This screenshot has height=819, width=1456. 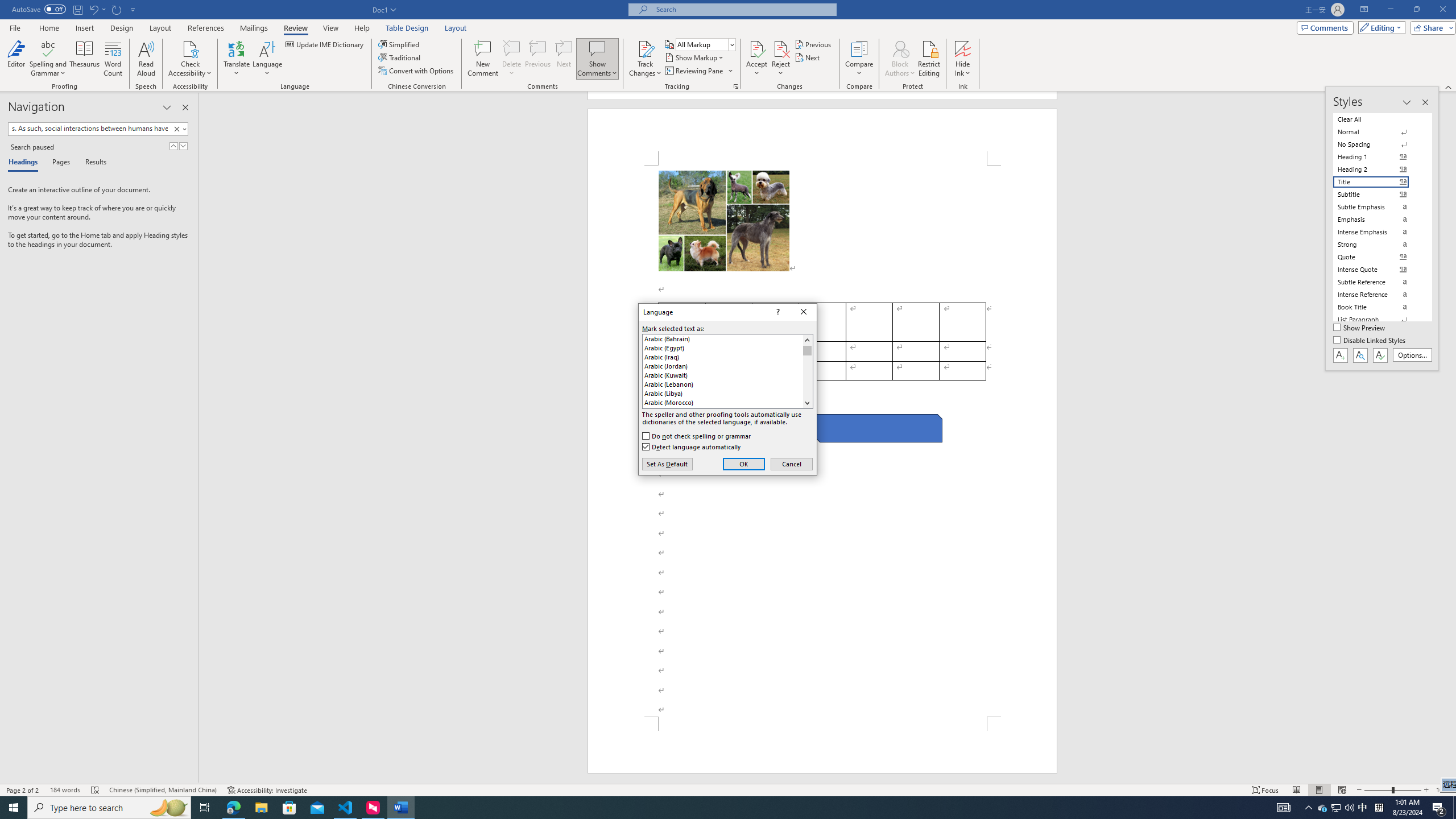 What do you see at coordinates (117, 9) in the screenshot?
I see `'Repeat Style'` at bounding box center [117, 9].